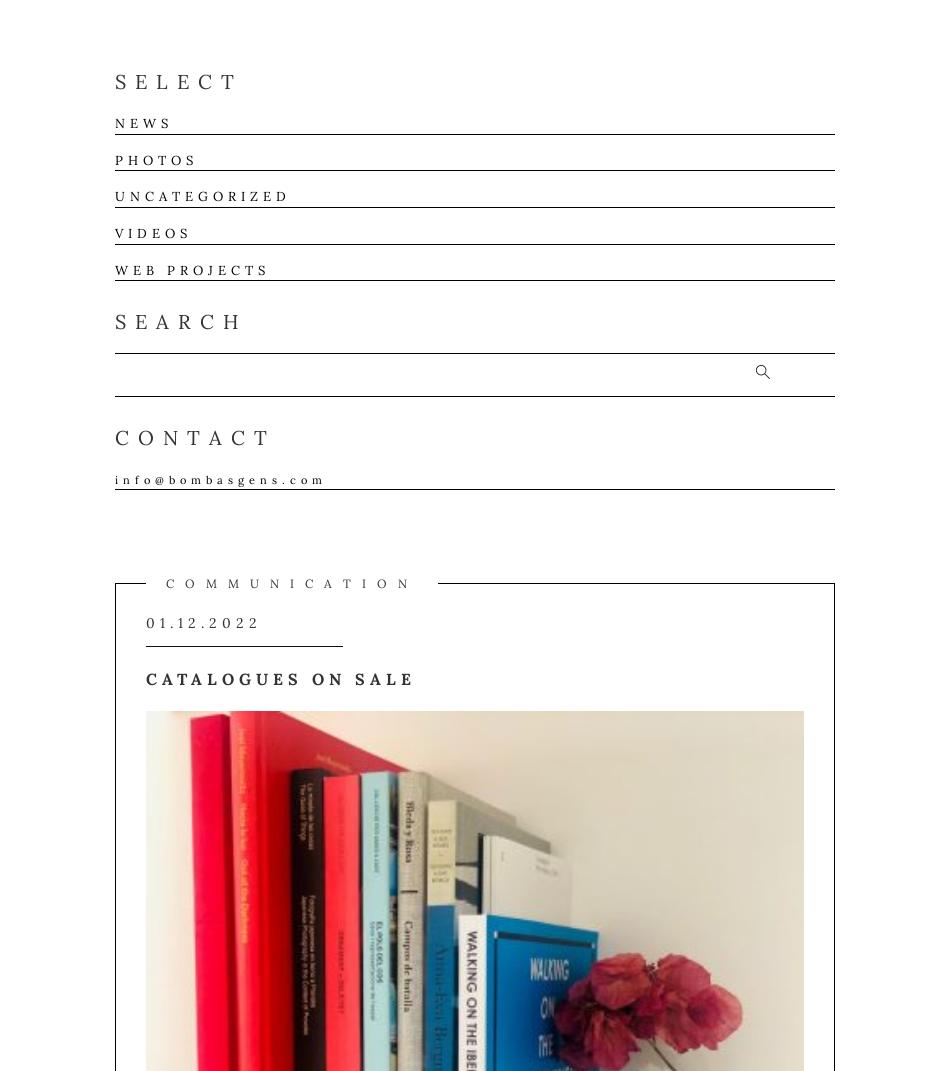 Image resolution: width=950 pixels, height=1071 pixels. I want to click on 'SEARCH', so click(181, 320).